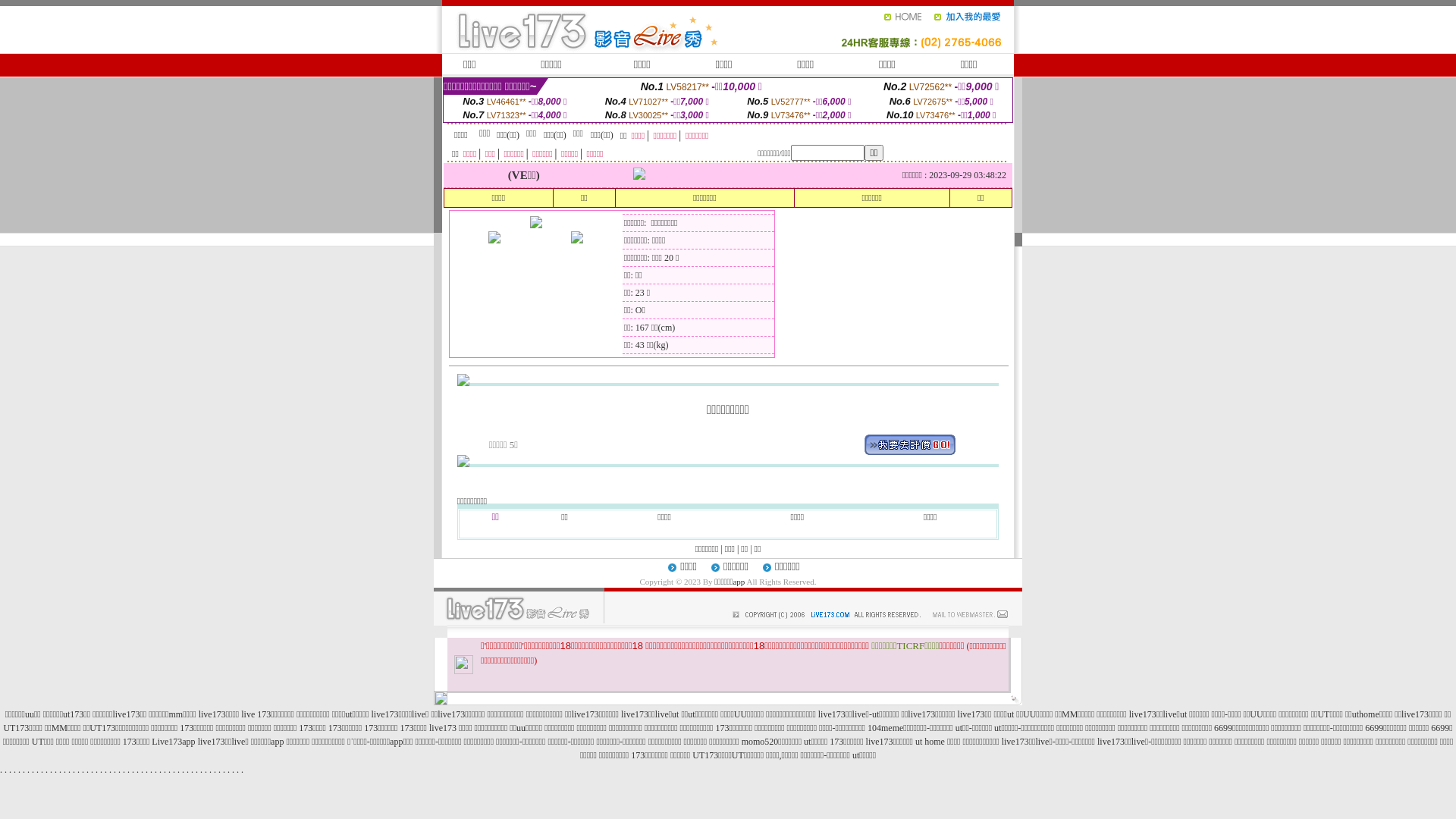  What do you see at coordinates (214, 769) in the screenshot?
I see `'.'` at bounding box center [214, 769].